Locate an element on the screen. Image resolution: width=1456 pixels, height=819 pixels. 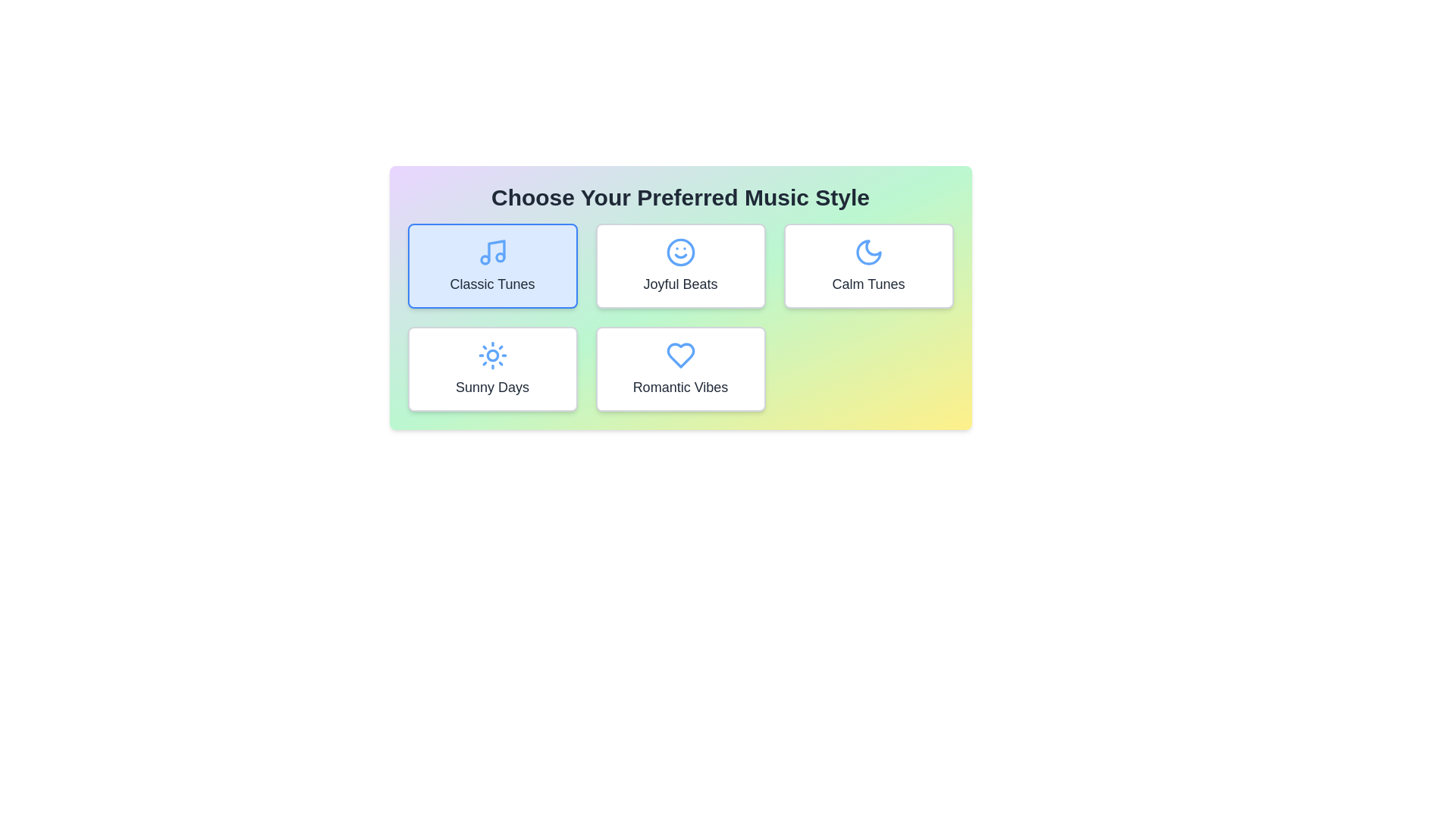
the blue heart icon located in the bottom-right card labeled 'Romantic Vibes' in the 3x2 grid layout is located at coordinates (679, 356).